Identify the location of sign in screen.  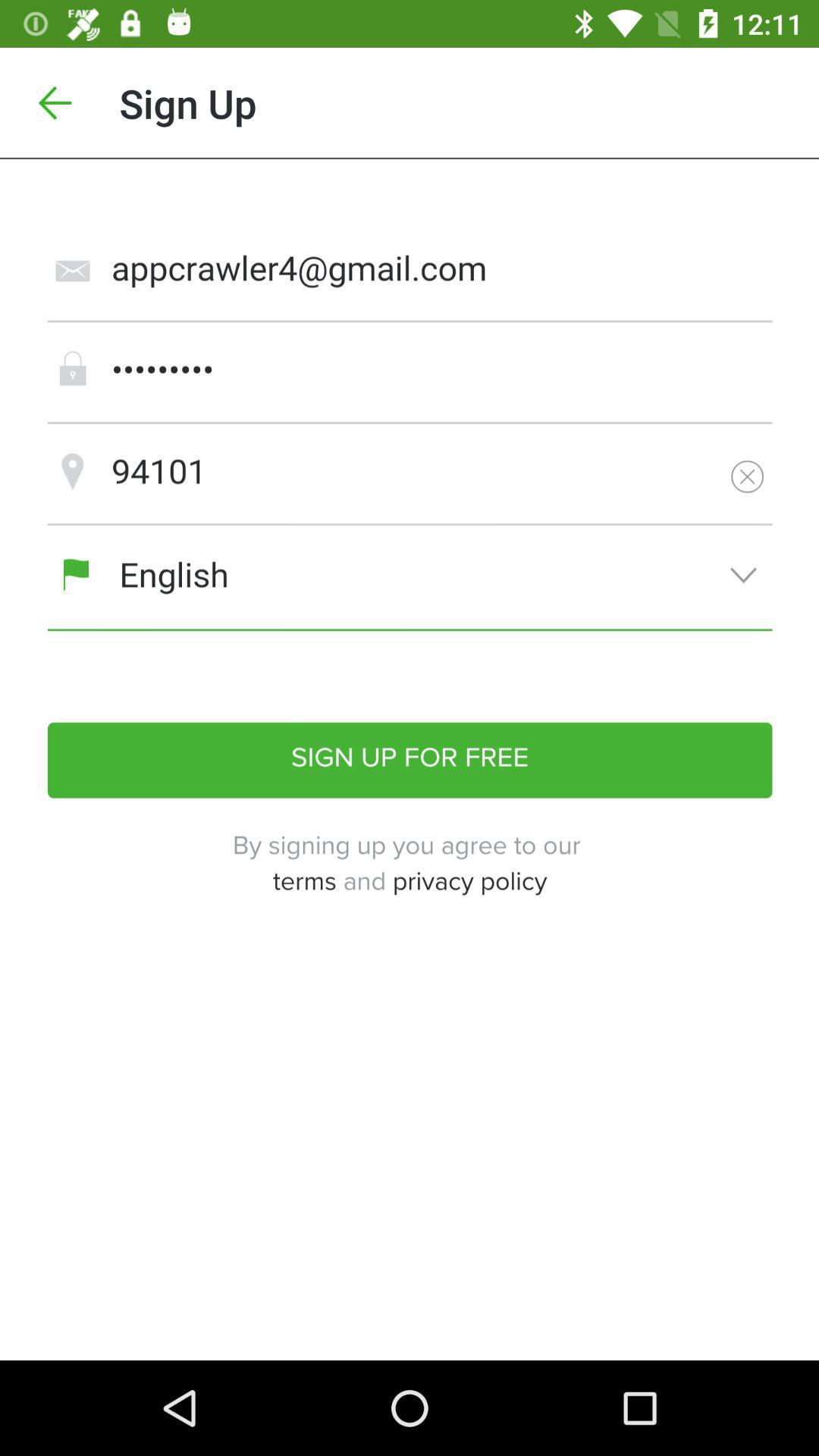
(409, 760).